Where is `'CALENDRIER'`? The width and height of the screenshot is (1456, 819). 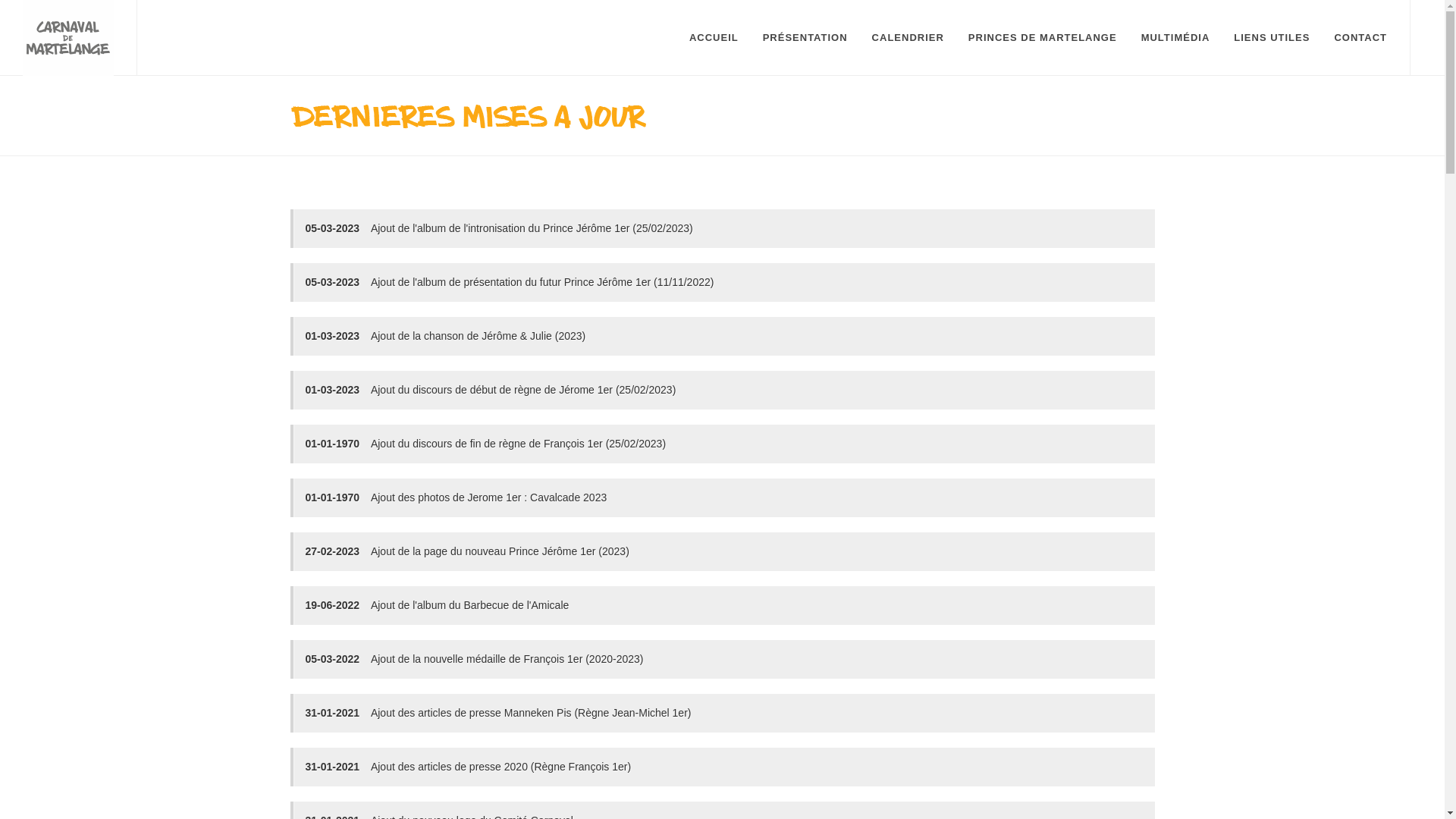 'CALENDRIER' is located at coordinates (860, 37).